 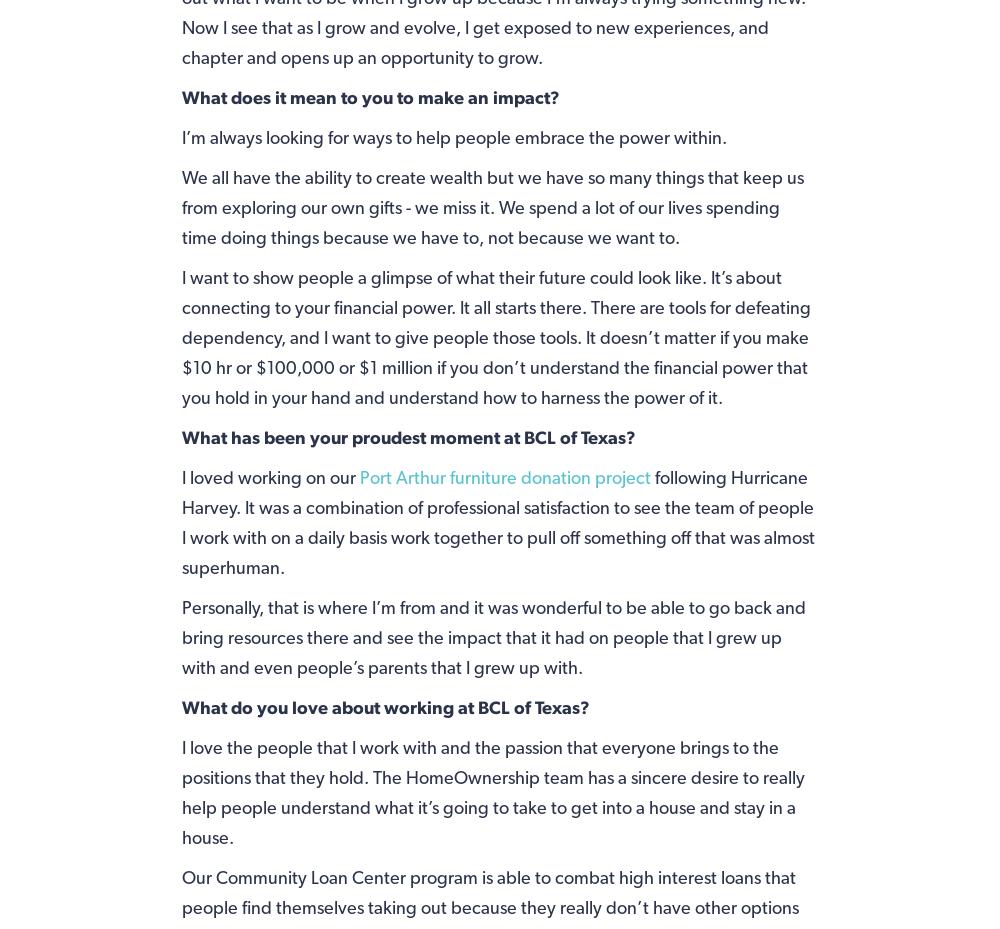 I want to click on 'We all have the ability to create wealth but we have so many things that keep us from exploring our own gifts - we miss it. We spend a lot of our lives spending time doing things because we have to, not because we want to.', so click(x=181, y=205).